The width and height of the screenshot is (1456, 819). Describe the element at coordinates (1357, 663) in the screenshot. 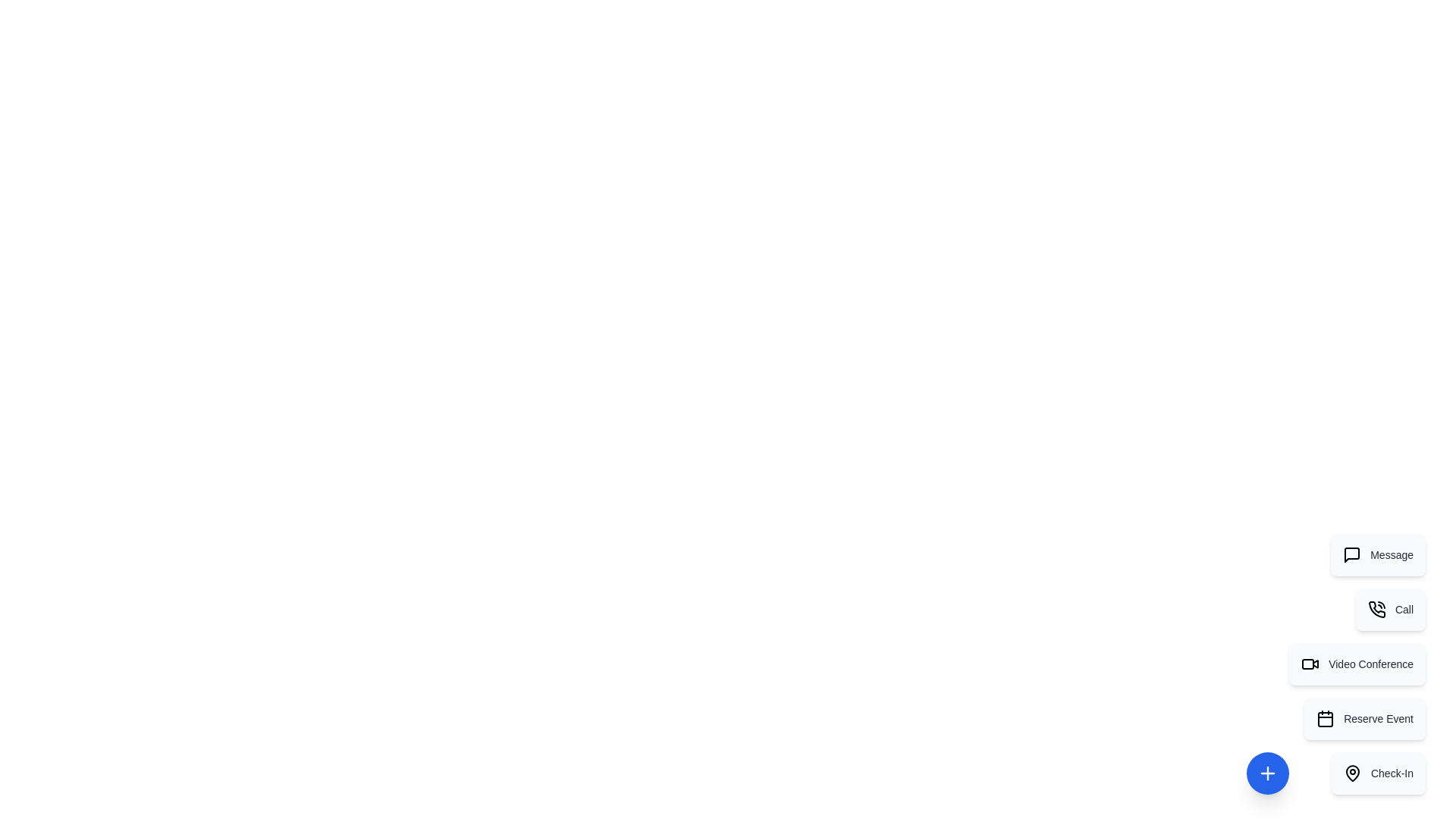

I see `the action item Video Conference from the menu` at that location.